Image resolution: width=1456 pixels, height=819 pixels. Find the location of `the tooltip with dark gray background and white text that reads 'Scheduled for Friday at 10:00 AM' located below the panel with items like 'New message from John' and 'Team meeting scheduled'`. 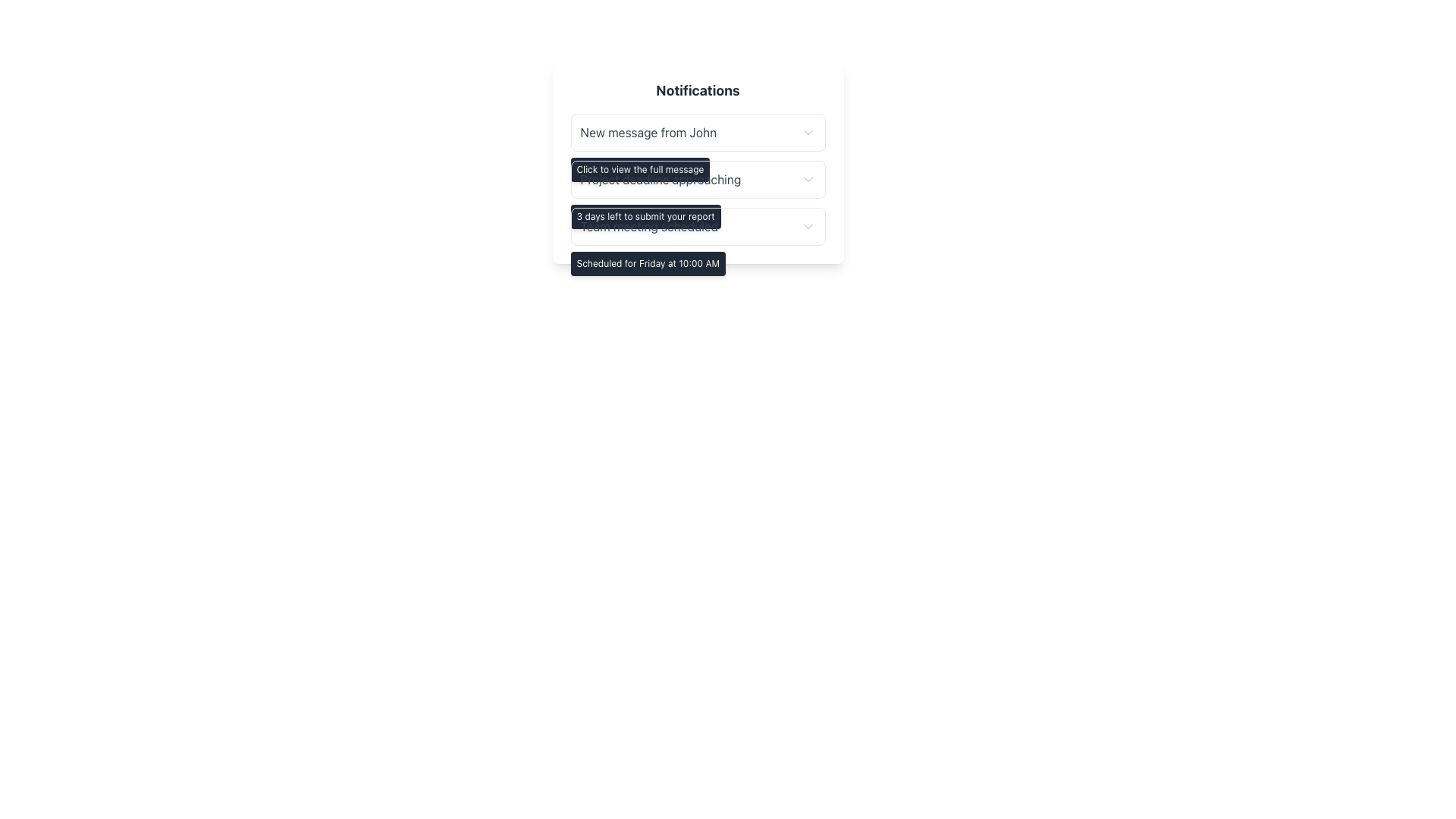

the tooltip with dark gray background and white text that reads 'Scheduled for Friday at 10:00 AM' located below the panel with items like 'New message from John' and 'Team meeting scheduled' is located at coordinates (648, 262).